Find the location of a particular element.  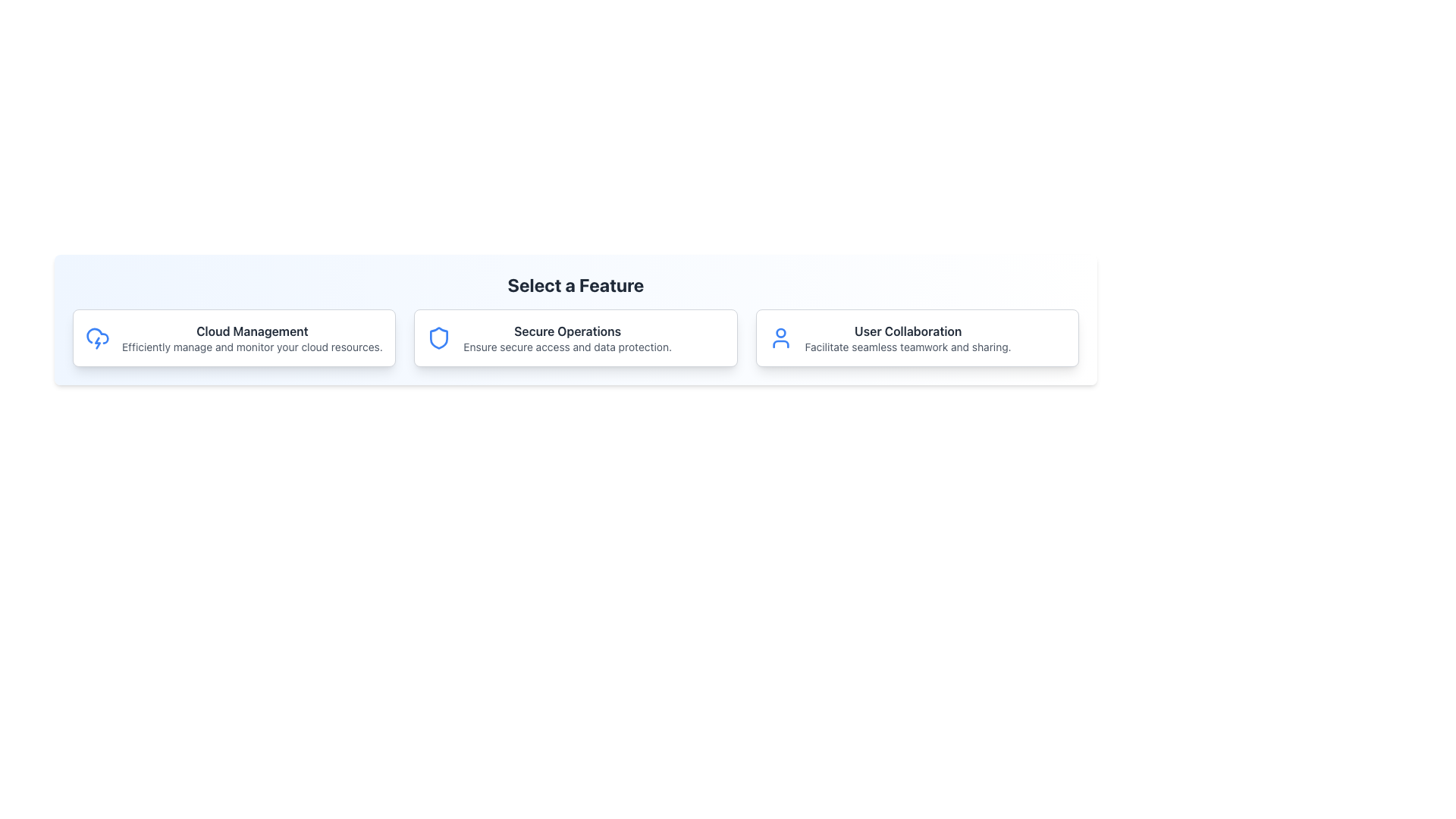

the circular head icon within the user icon of the 'User Collaboration' feature card located on the rightmost side of the feature selection section is located at coordinates (780, 332).